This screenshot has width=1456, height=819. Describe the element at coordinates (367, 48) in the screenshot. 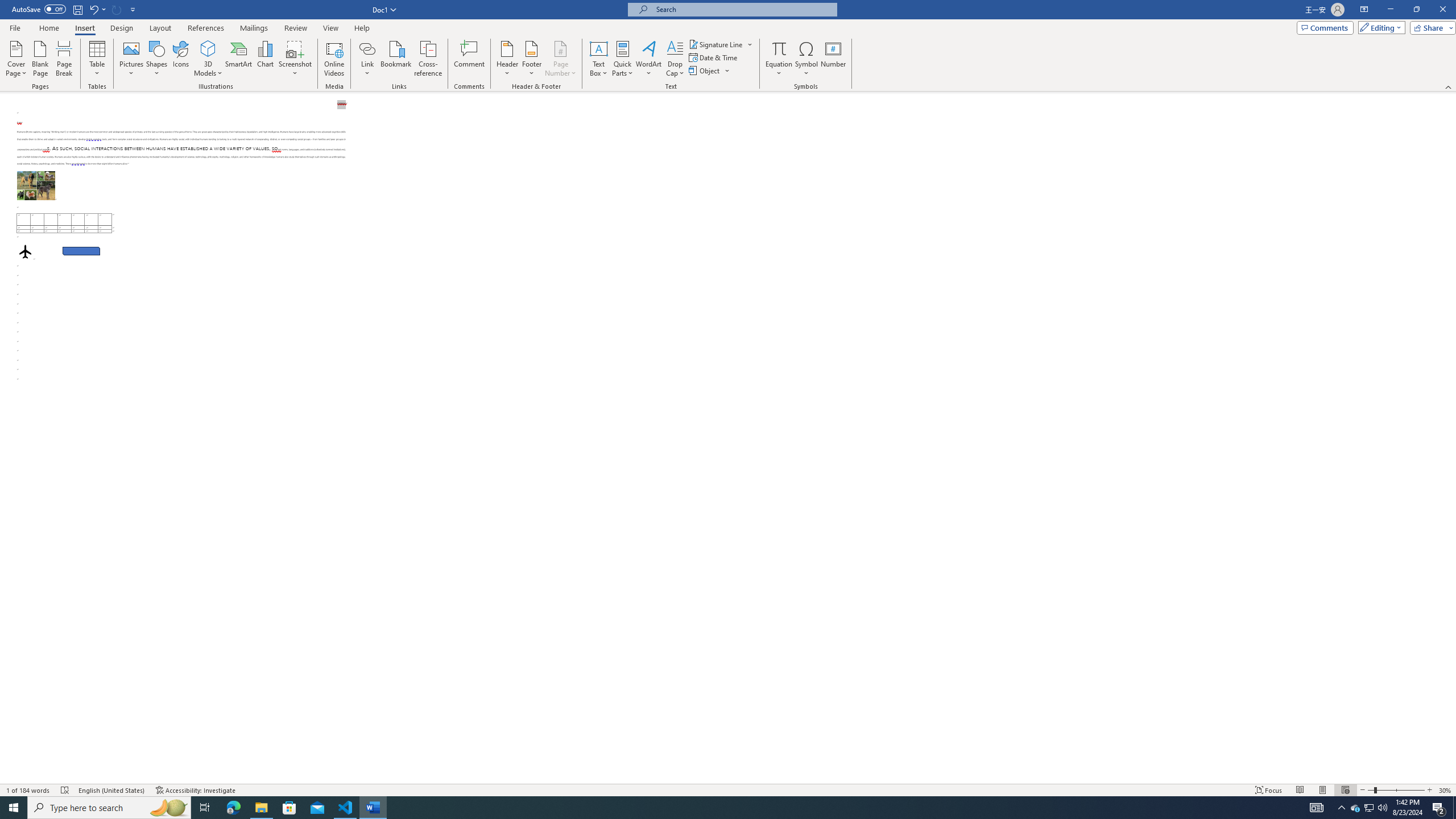

I see `'Link'` at that location.